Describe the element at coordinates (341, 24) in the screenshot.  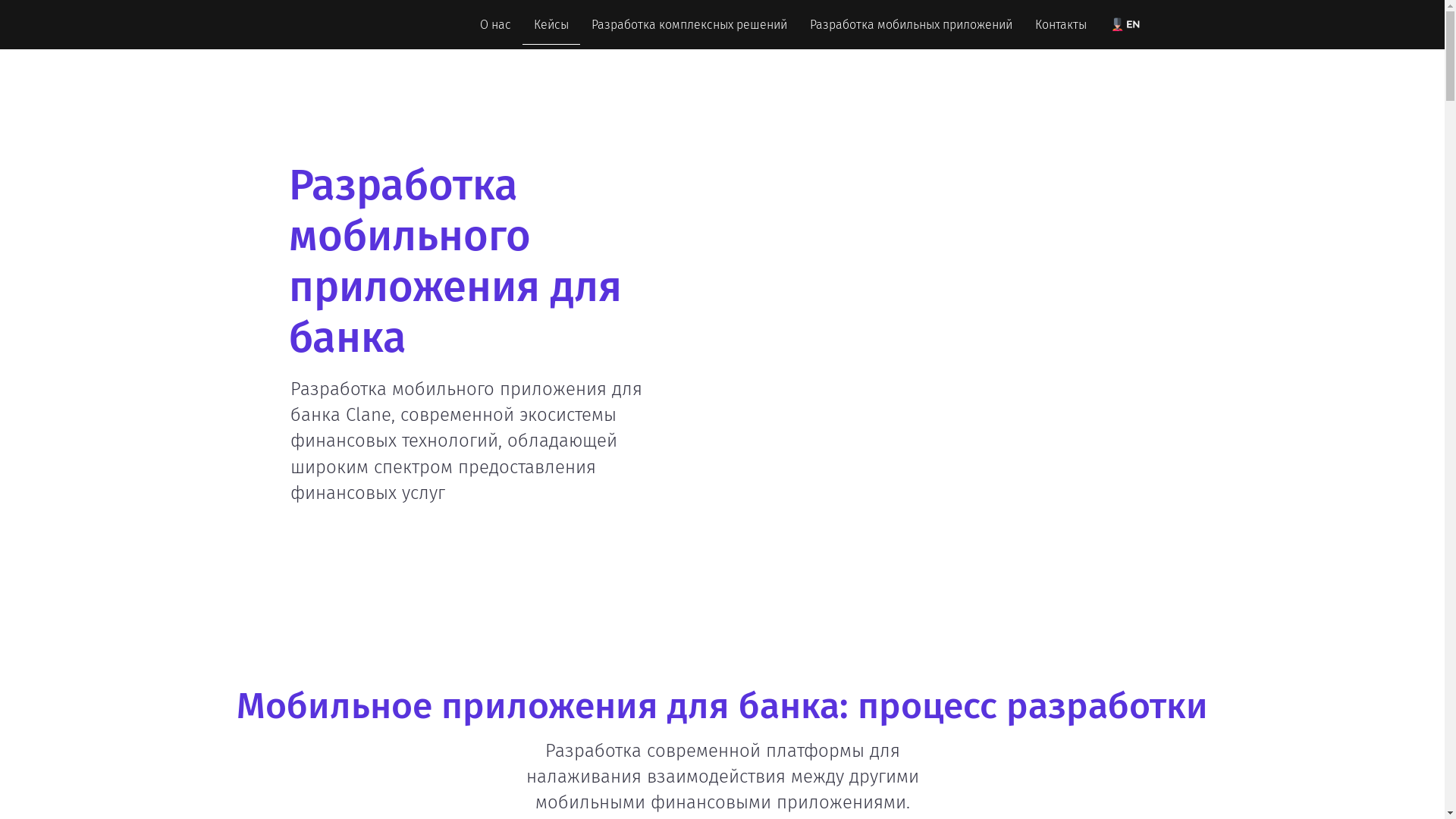
I see `'Tapston'` at that location.